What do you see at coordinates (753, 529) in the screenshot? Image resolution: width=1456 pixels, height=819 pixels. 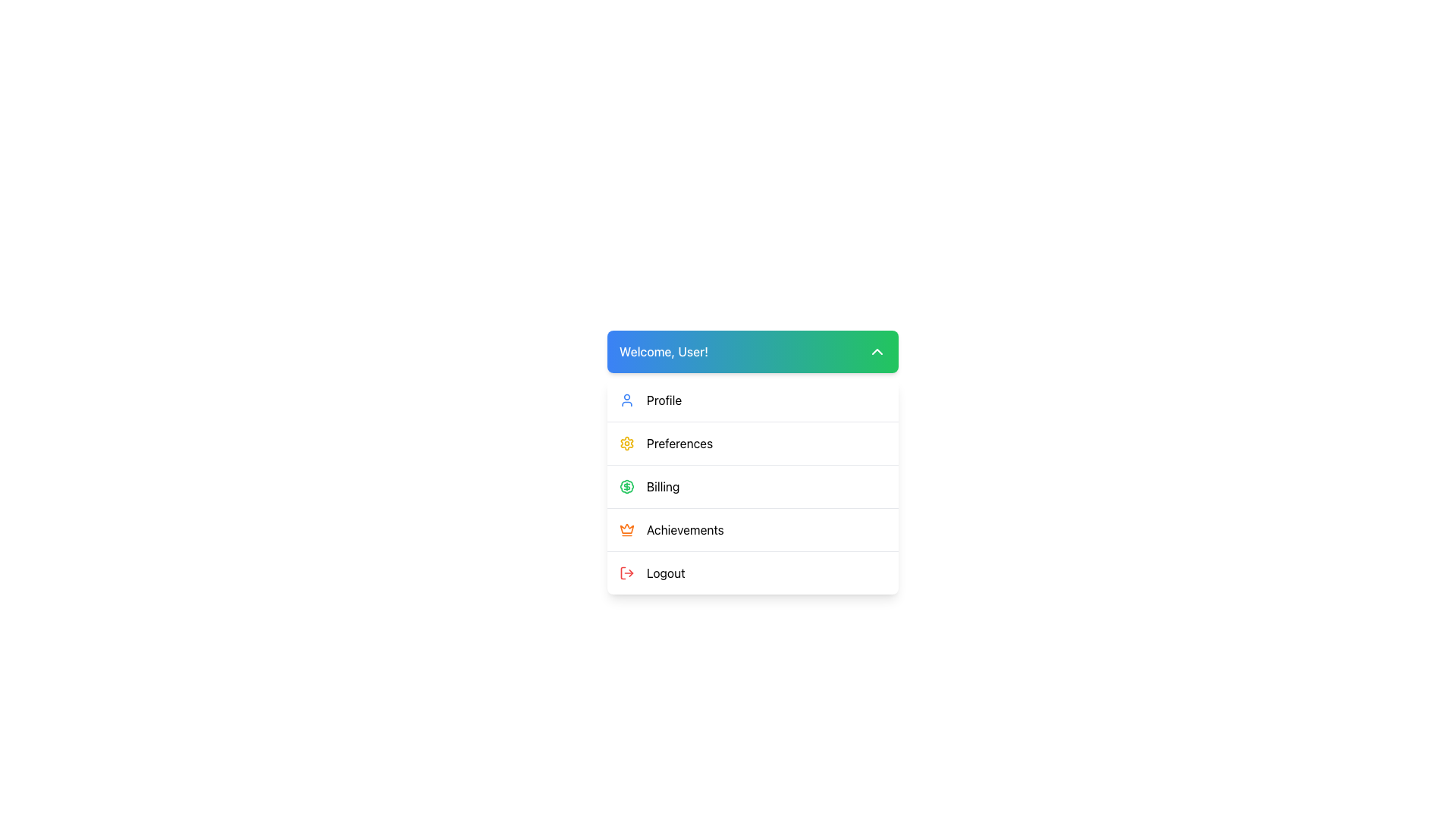 I see `the 'Achievements' button, which is the fourth item in a vertical list within a dropdown menu, located below 'Billing' and above 'Logout'` at bounding box center [753, 529].